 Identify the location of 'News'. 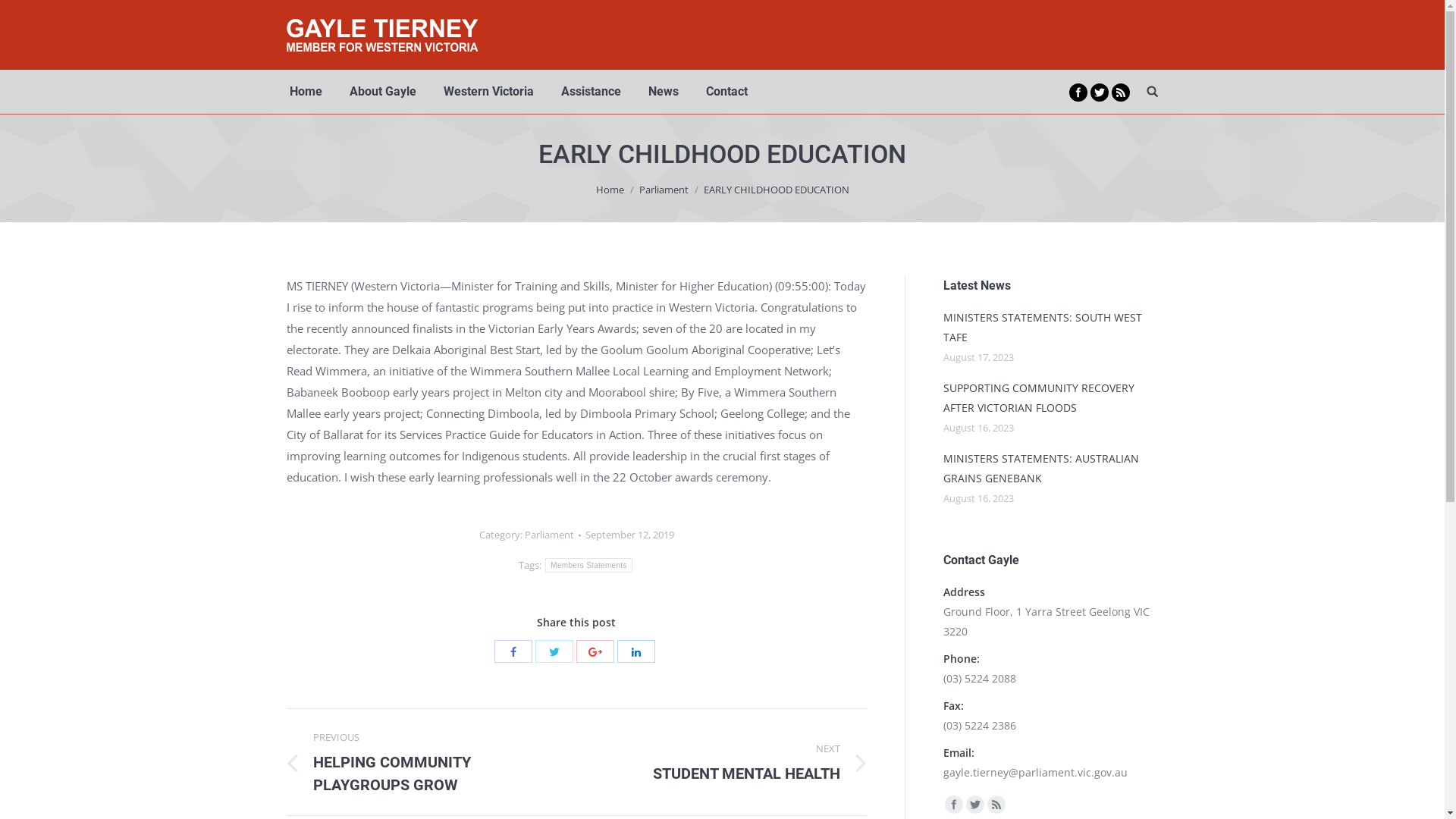
(662, 91).